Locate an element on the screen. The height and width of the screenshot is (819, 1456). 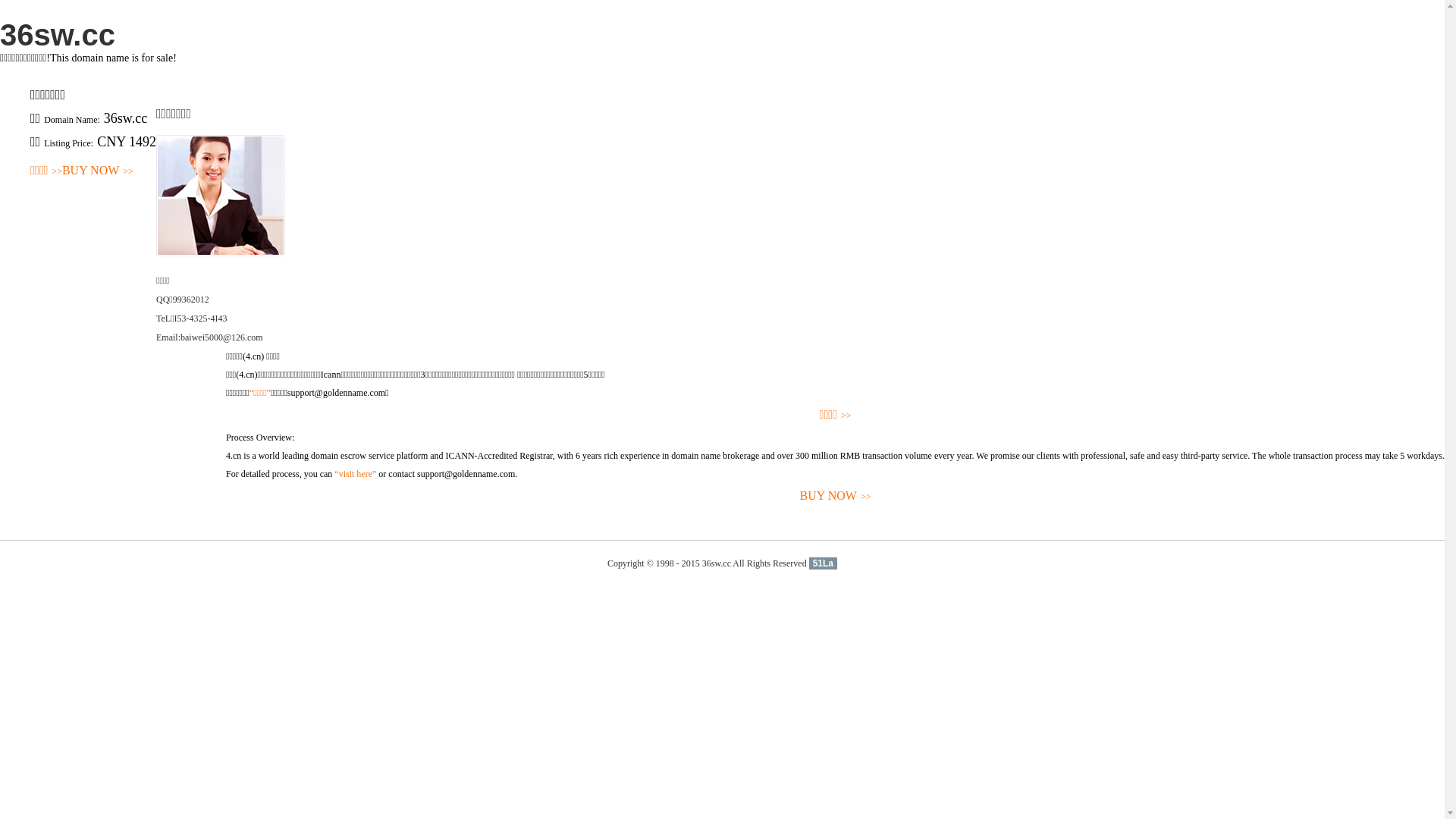
'BUY NOW>>' is located at coordinates (97, 171).